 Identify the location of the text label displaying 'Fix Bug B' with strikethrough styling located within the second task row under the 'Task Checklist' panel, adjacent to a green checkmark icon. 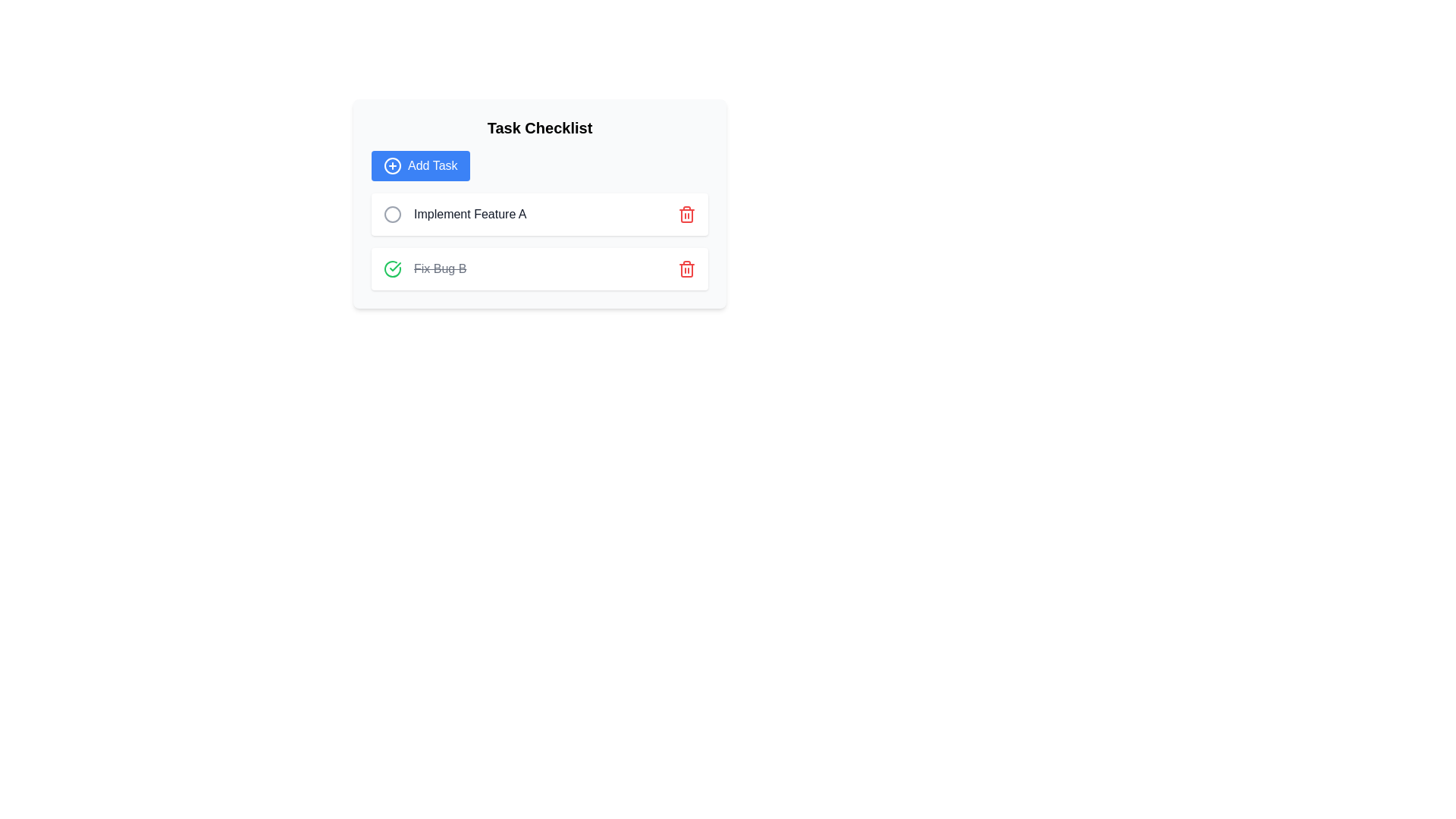
(425, 268).